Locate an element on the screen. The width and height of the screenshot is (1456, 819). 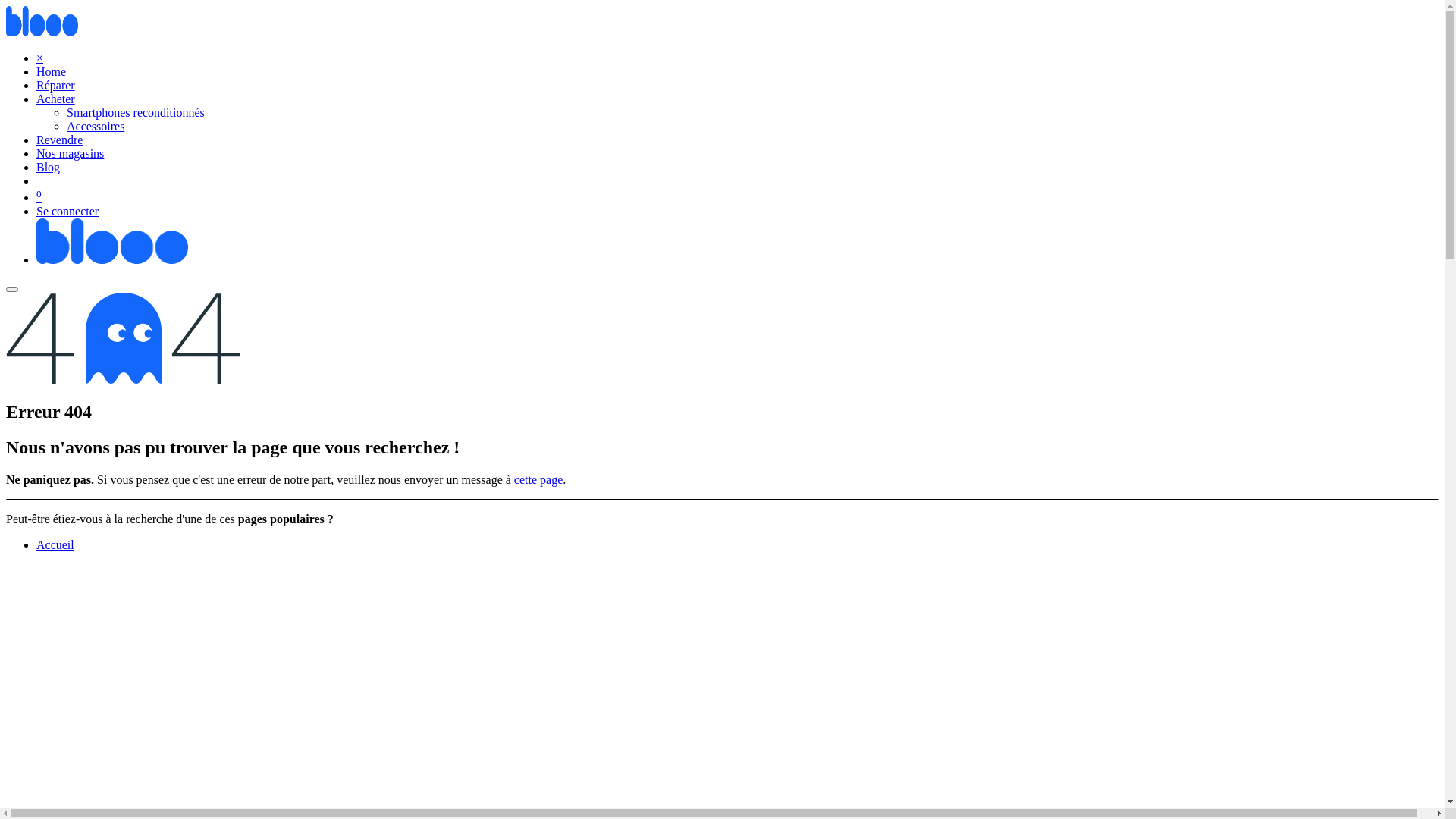
'Se connecter' is located at coordinates (67, 211).